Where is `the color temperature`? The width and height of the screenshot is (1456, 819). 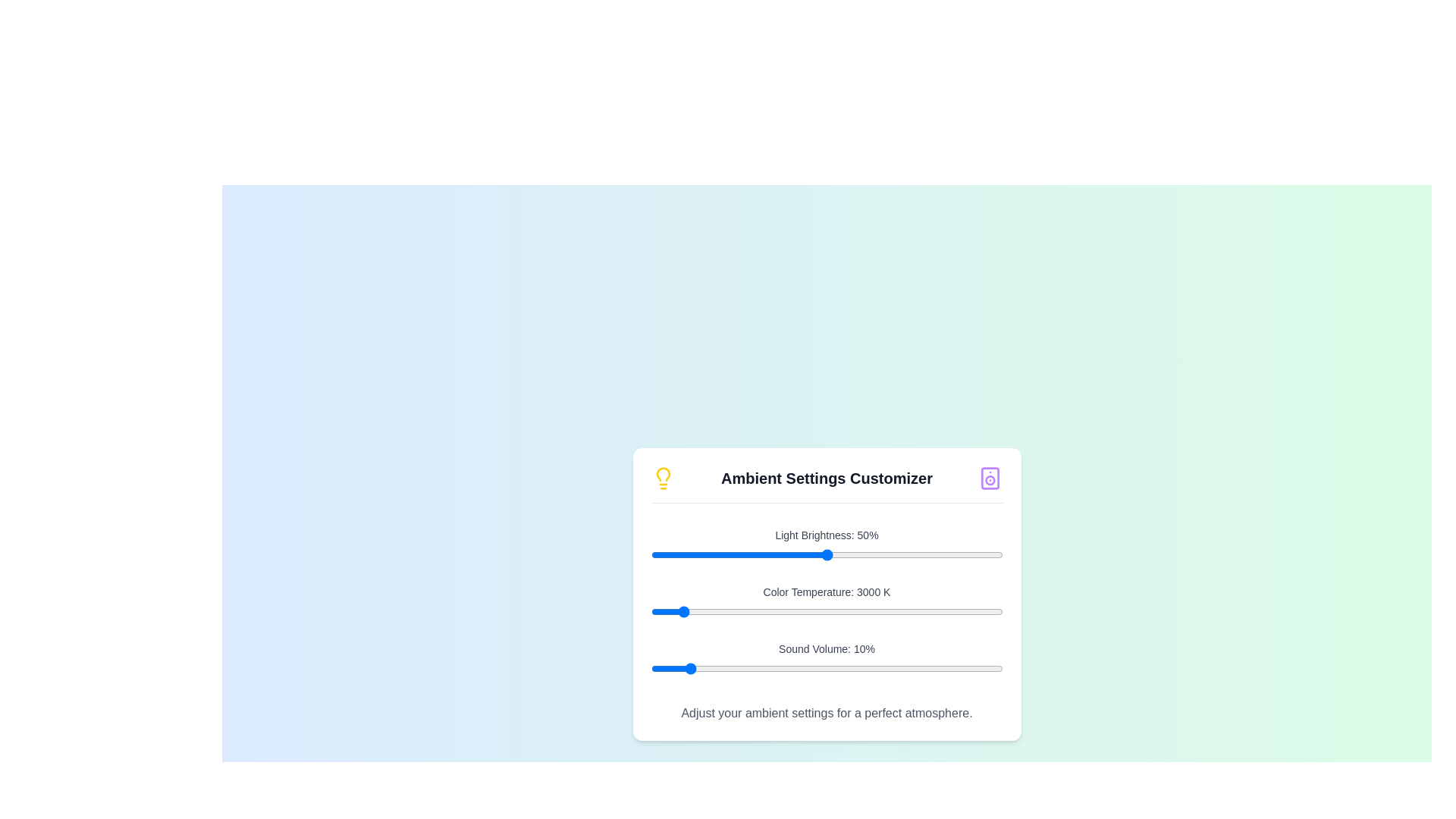 the color temperature is located at coordinates (914, 610).